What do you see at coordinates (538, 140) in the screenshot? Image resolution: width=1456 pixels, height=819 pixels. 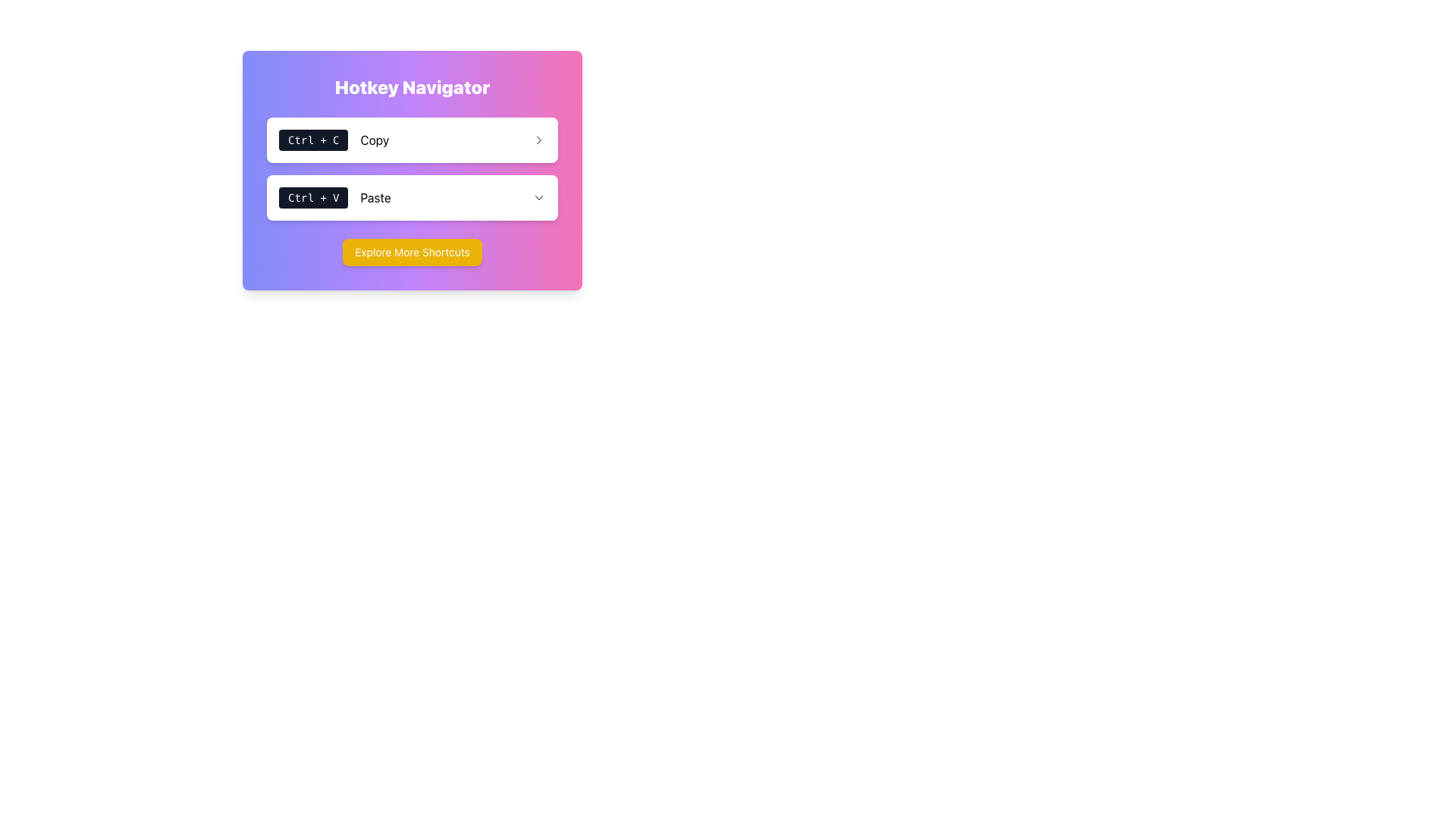 I see `the chevron icon located at the far-right of the first item within the list of shortcuts, aligned horizontally with the text 'Copy'` at bounding box center [538, 140].